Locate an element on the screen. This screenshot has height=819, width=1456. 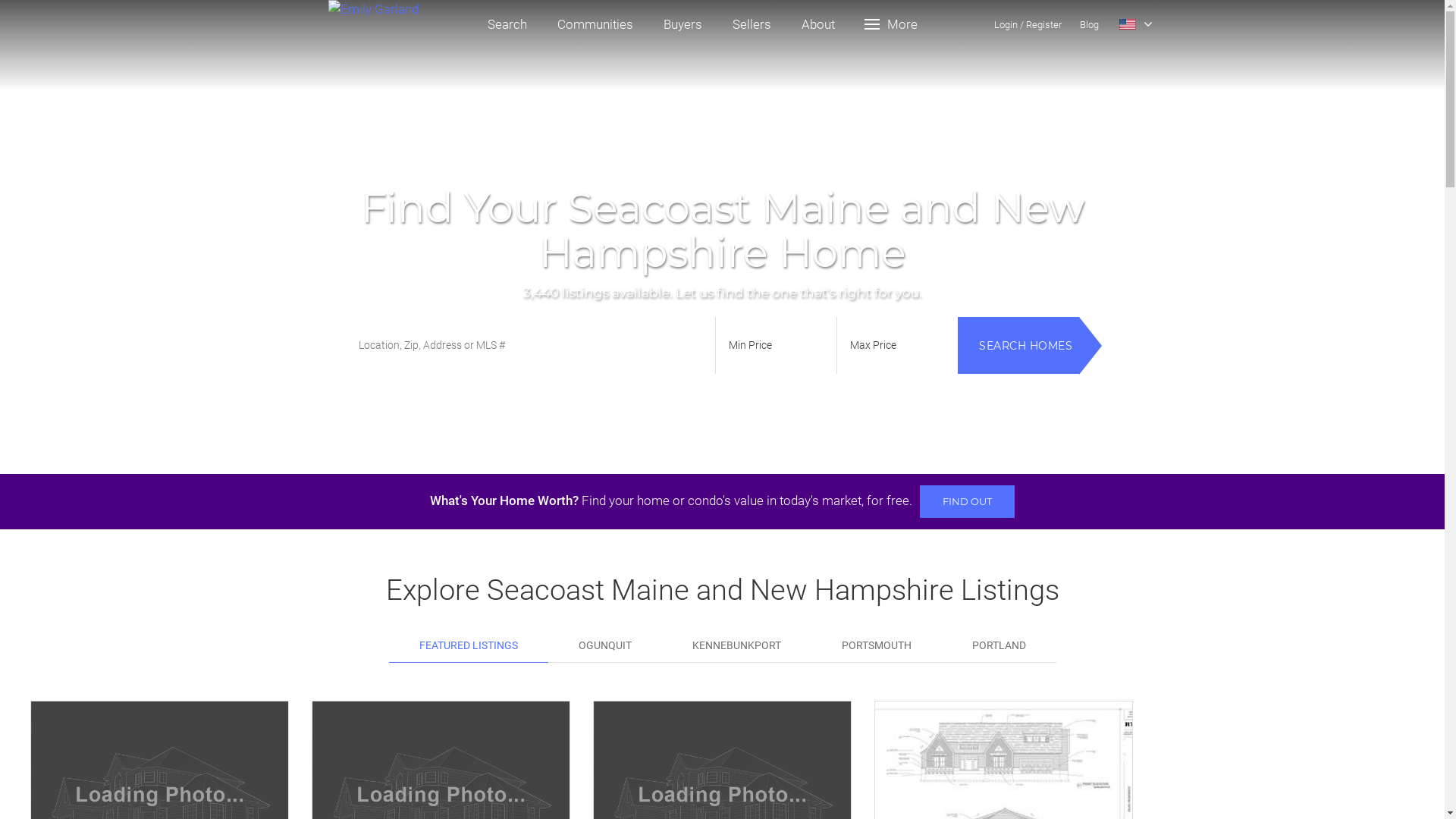
'Search' is located at coordinates (506, 24).